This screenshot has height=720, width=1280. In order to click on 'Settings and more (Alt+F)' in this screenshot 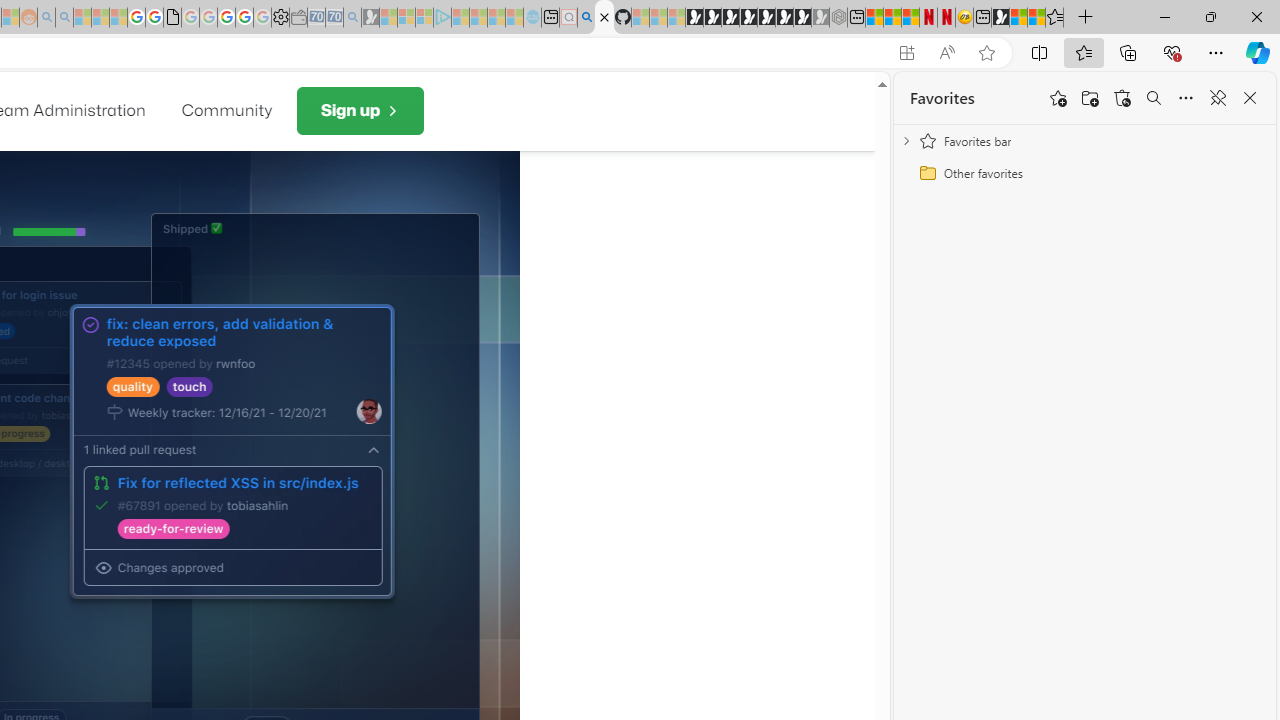, I will do `click(1215, 51)`.